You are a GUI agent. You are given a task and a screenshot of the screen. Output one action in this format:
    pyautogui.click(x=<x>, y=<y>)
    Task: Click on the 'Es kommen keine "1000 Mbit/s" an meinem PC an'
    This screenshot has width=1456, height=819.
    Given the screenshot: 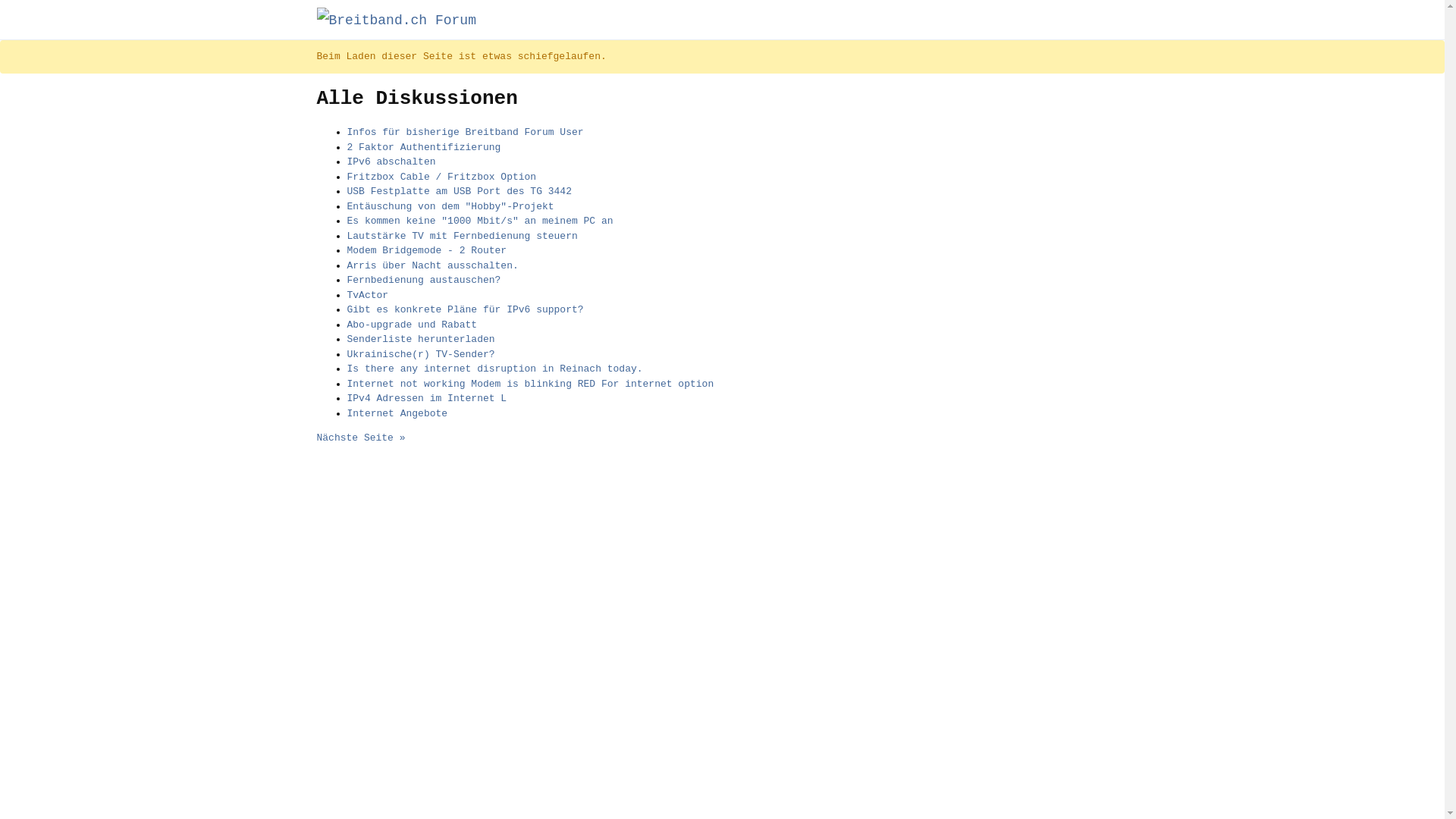 What is the action you would take?
    pyautogui.click(x=479, y=221)
    